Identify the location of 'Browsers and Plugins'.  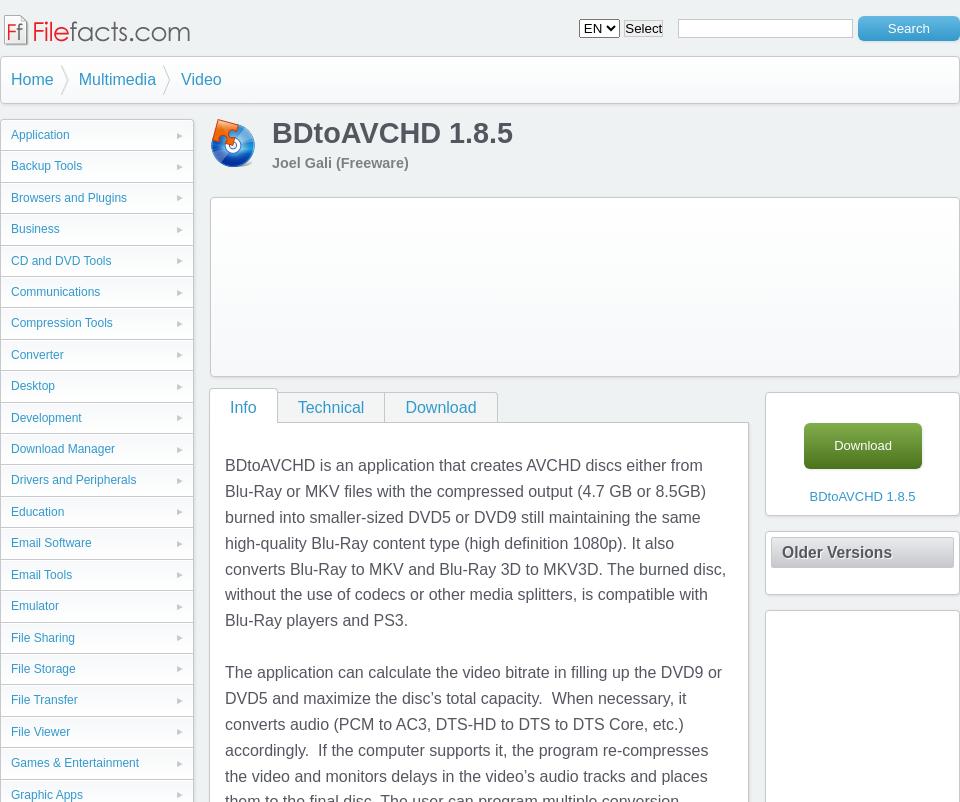
(69, 196).